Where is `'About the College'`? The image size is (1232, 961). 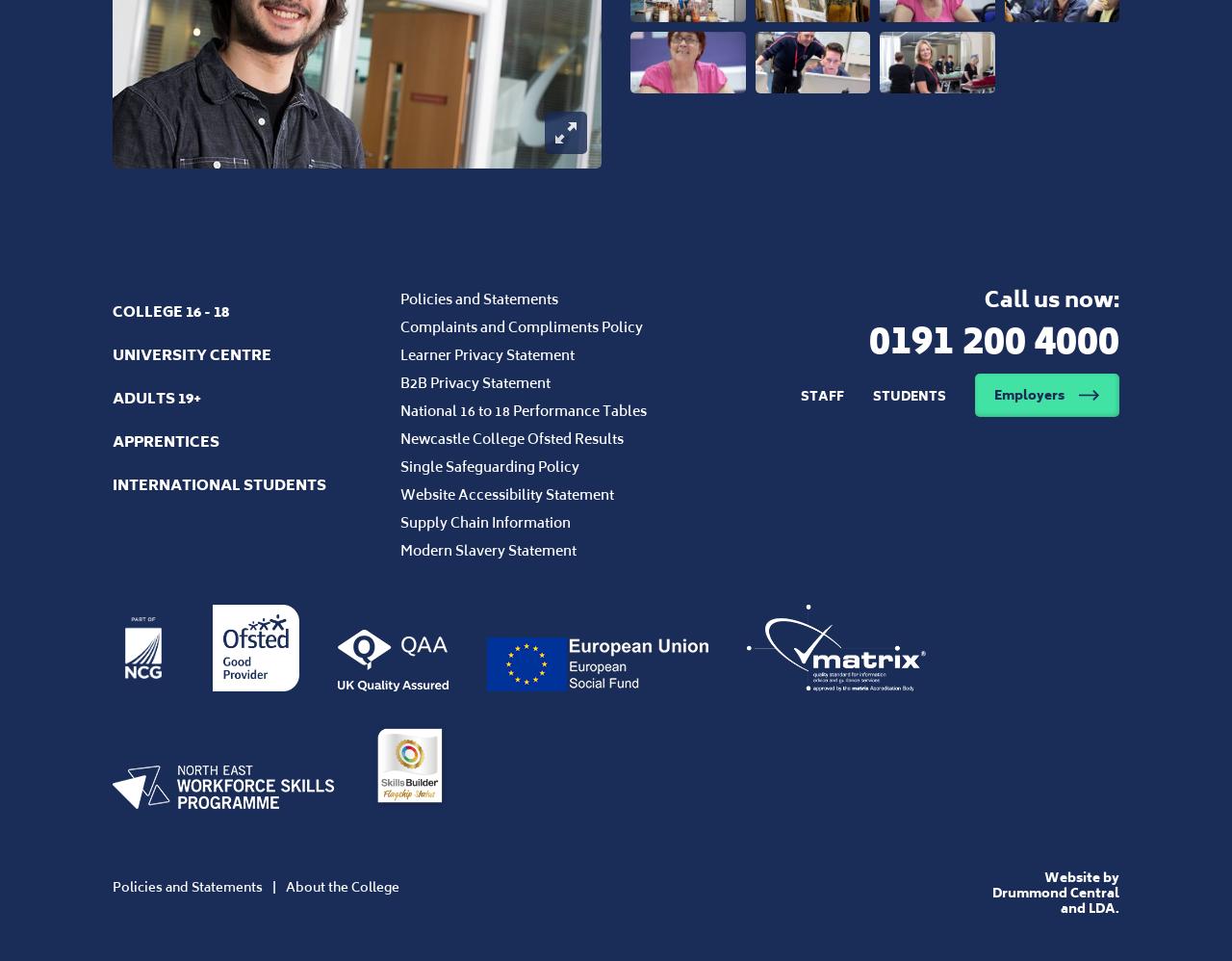
'About the College' is located at coordinates (342, 886).